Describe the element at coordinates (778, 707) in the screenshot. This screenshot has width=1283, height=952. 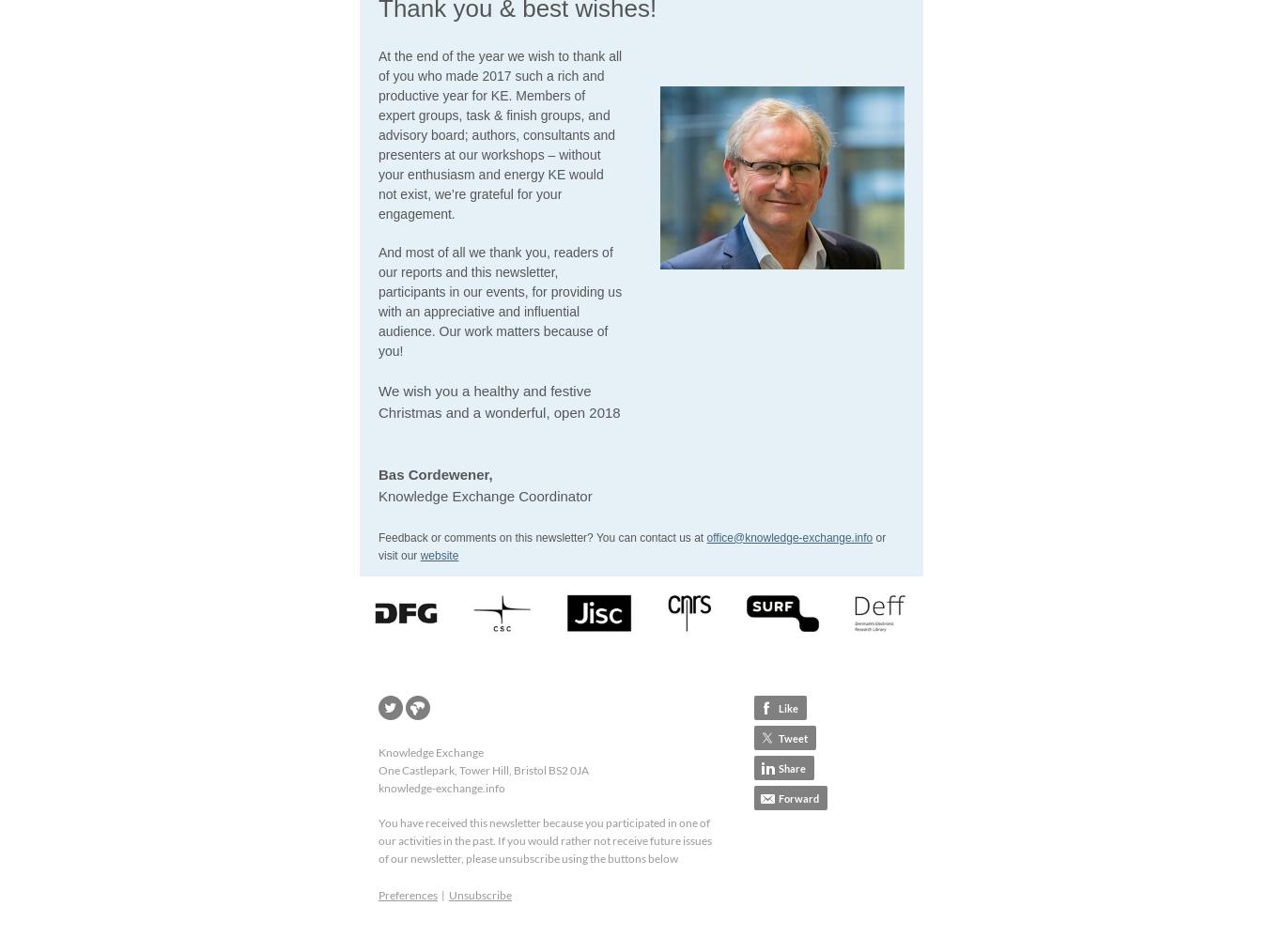
I see `'Like'` at that location.